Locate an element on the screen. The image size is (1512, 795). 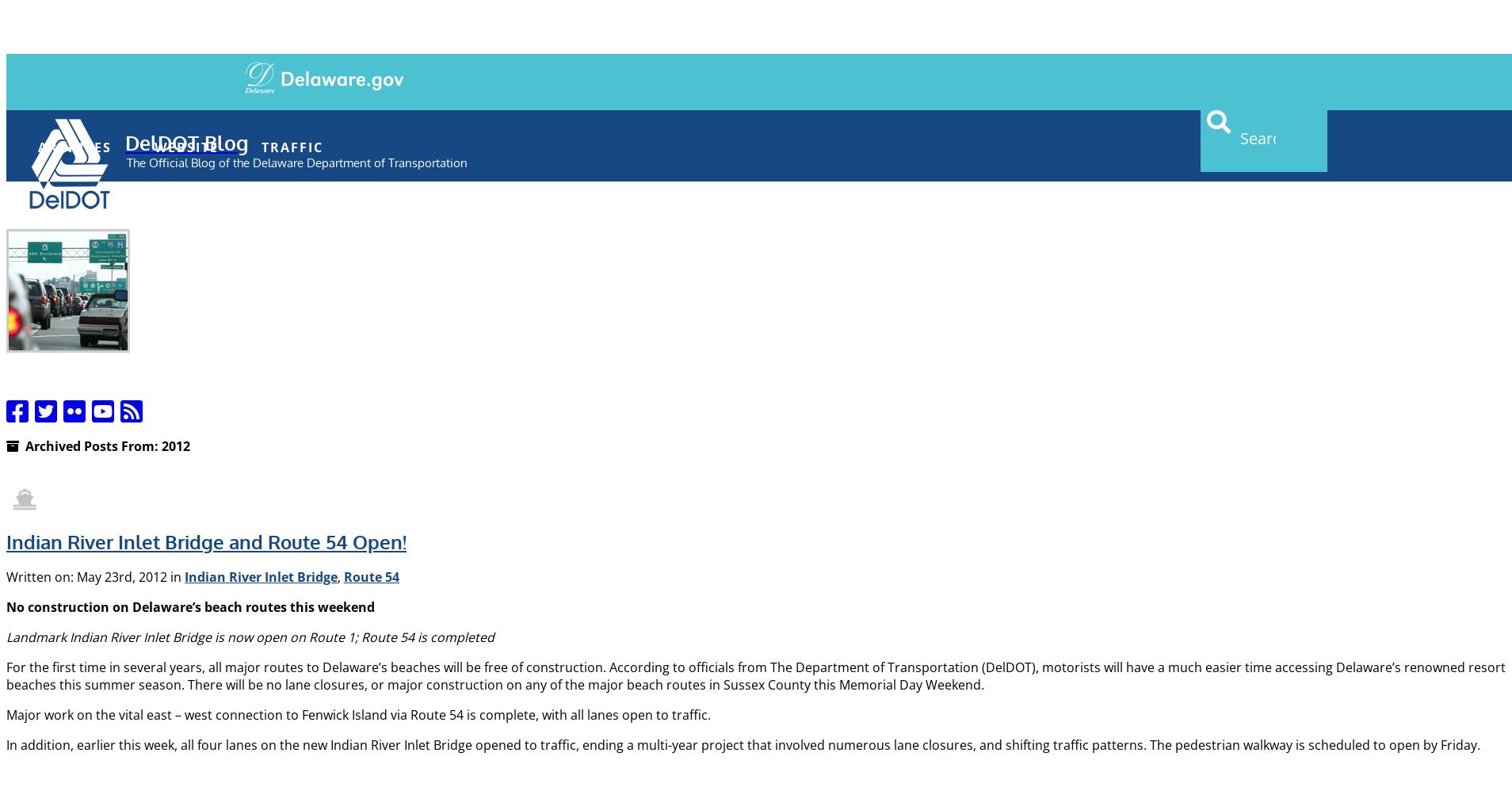
'Traffic' is located at coordinates (292, 146).